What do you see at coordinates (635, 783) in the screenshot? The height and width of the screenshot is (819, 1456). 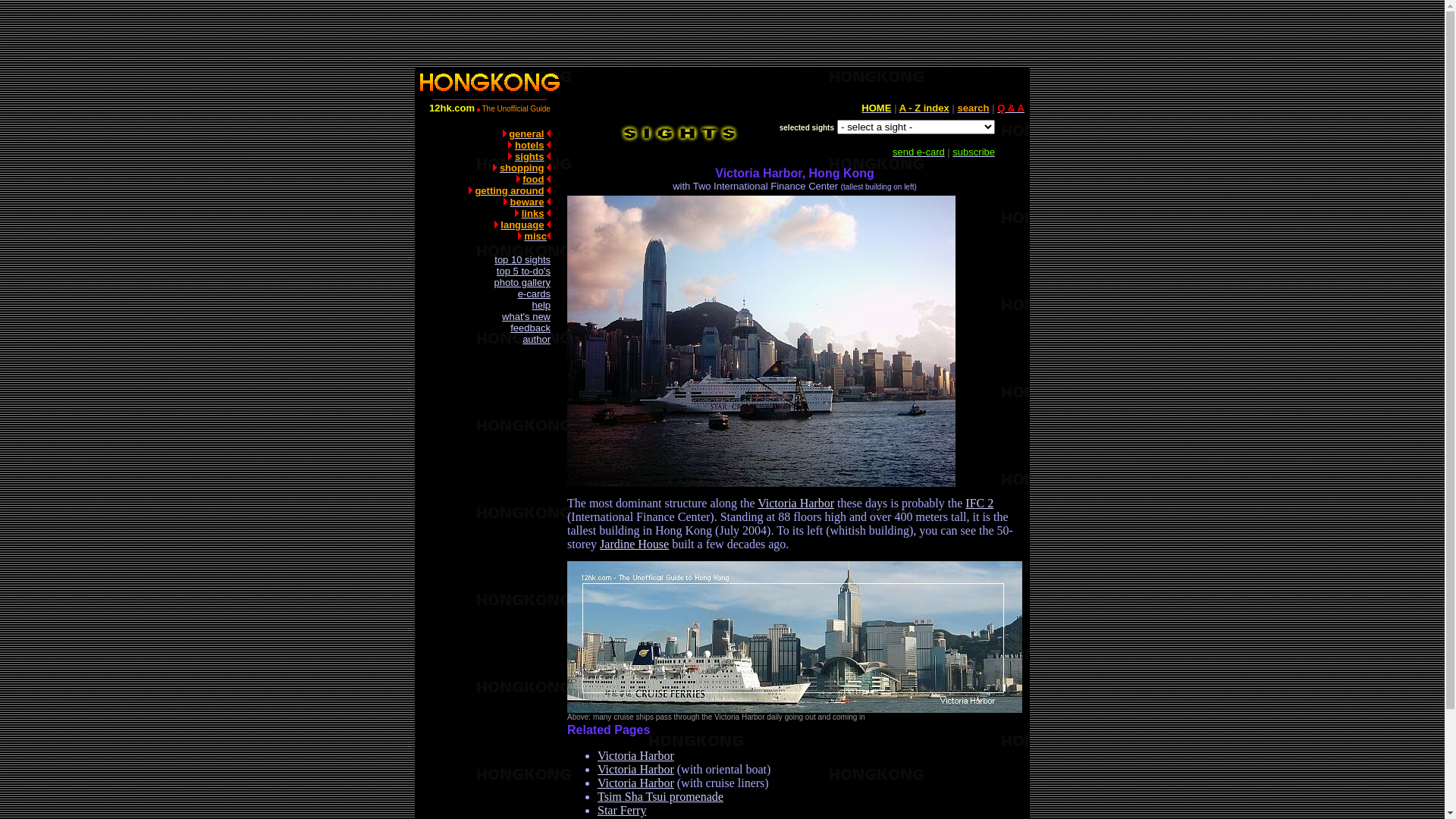 I see `'Victoria Harbor'` at bounding box center [635, 783].